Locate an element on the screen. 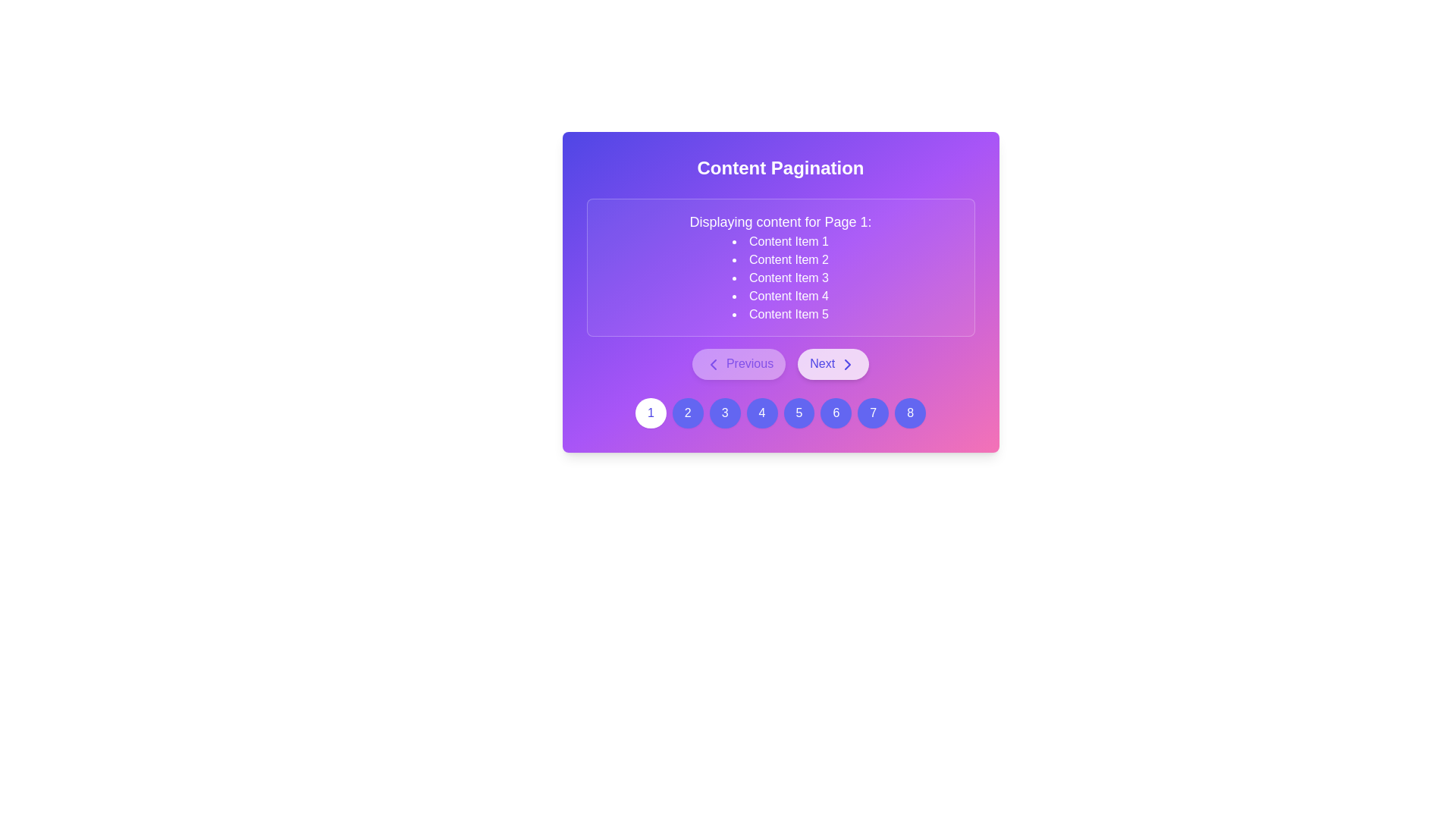  the 'Previous' button represented by the Chevron - Left icon in the pagination component, which is slightly left of center horizontally and positioned vertically within the previous navigation button is located at coordinates (713, 364).